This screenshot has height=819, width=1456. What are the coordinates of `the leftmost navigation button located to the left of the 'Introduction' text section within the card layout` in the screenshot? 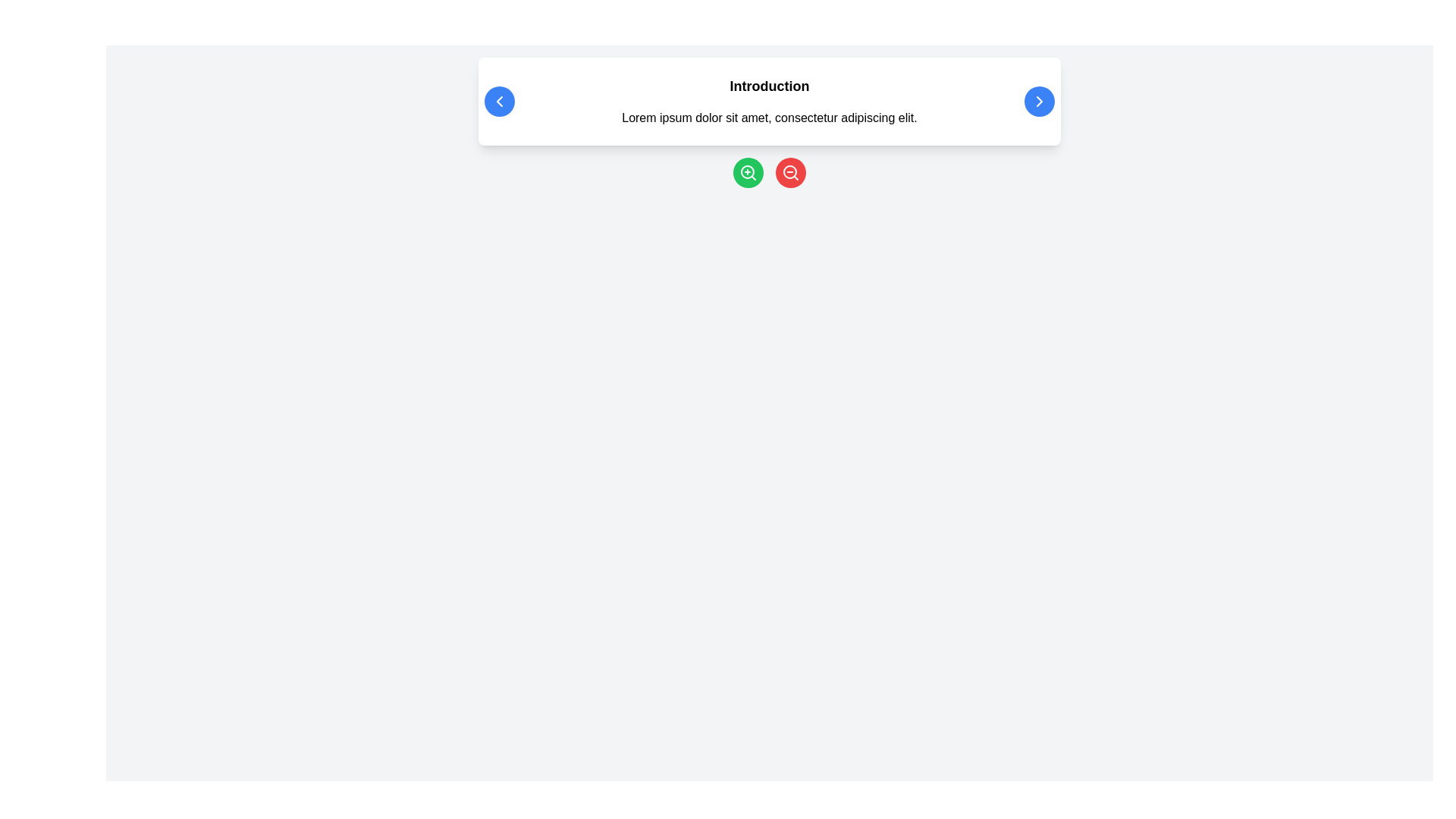 It's located at (499, 102).